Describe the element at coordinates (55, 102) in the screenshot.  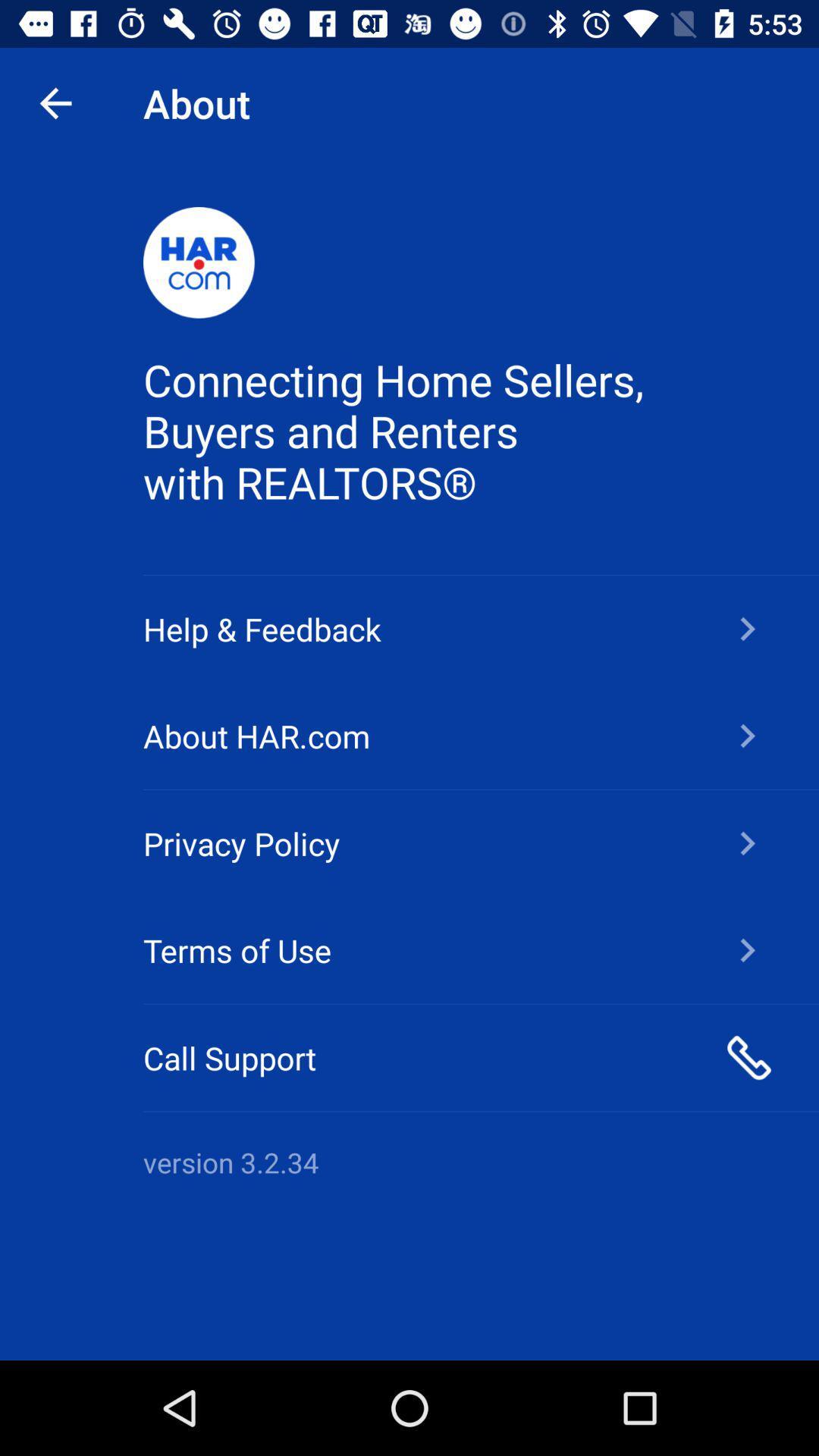
I see `app next to the about` at that location.